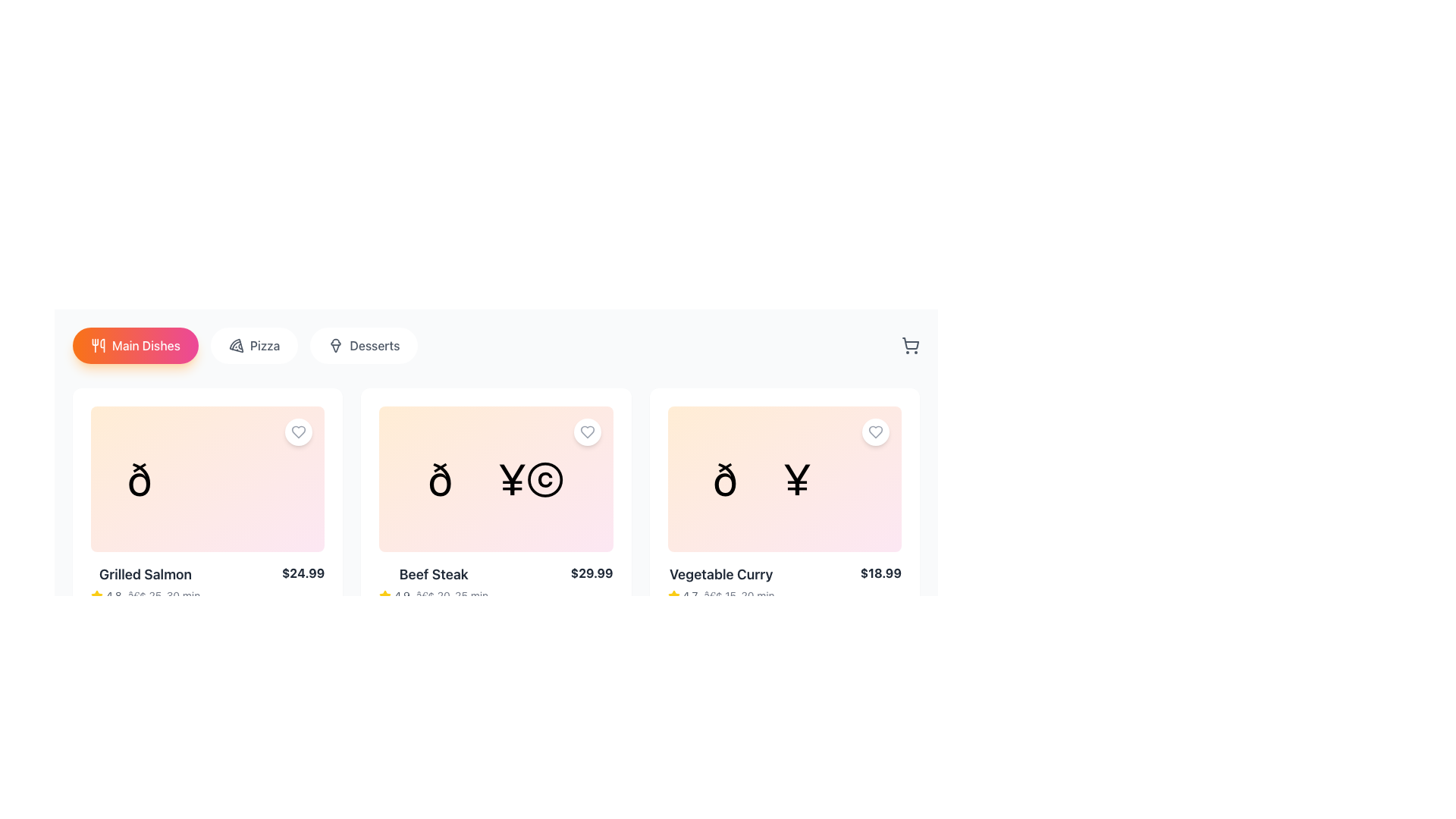 This screenshot has width=1456, height=819. What do you see at coordinates (146, 575) in the screenshot?
I see `the Text label displaying the name of the dish 'Grilled Salmon' located at the bottom of its card in a horizontally aligned list` at bounding box center [146, 575].